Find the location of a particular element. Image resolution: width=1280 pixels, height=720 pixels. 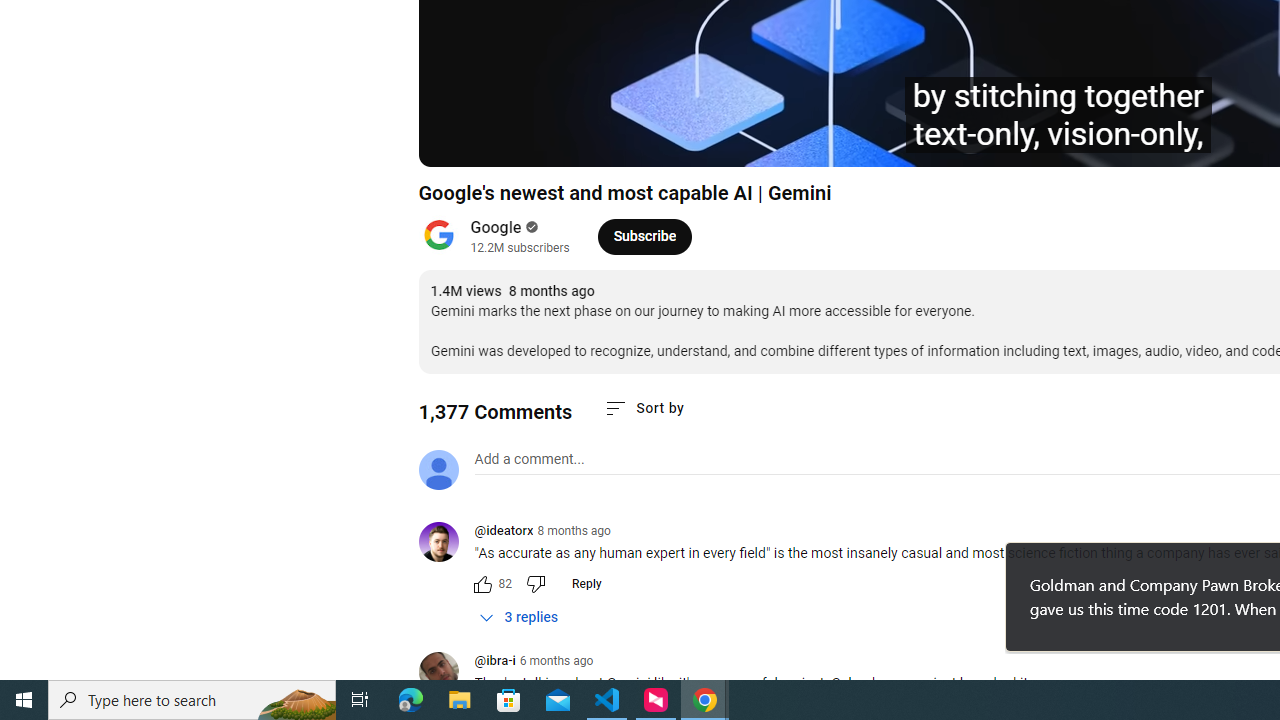

'Reply' is located at coordinates (585, 583).